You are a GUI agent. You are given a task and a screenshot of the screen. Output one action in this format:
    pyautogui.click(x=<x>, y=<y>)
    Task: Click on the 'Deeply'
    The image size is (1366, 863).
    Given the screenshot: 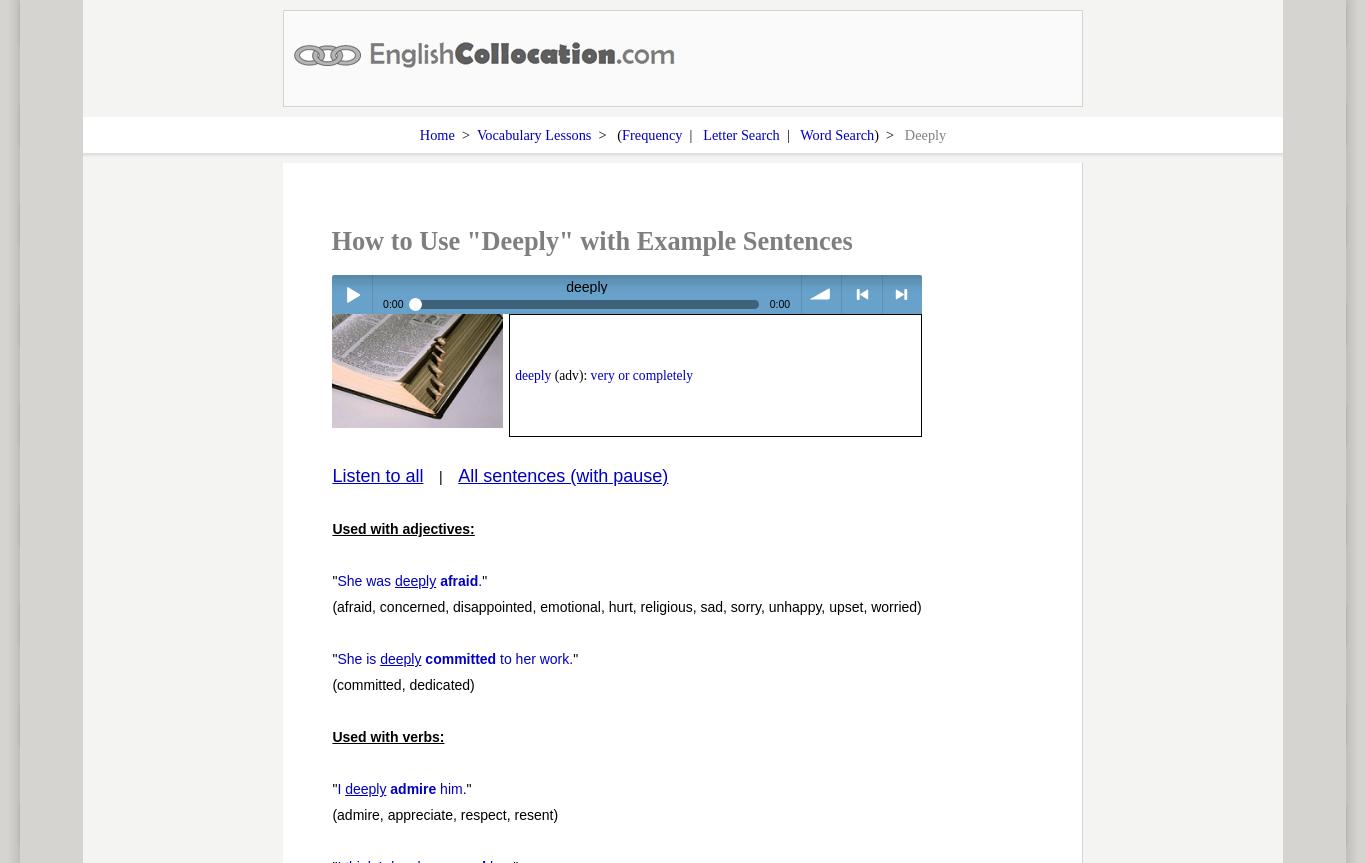 What is the action you would take?
    pyautogui.click(x=925, y=133)
    